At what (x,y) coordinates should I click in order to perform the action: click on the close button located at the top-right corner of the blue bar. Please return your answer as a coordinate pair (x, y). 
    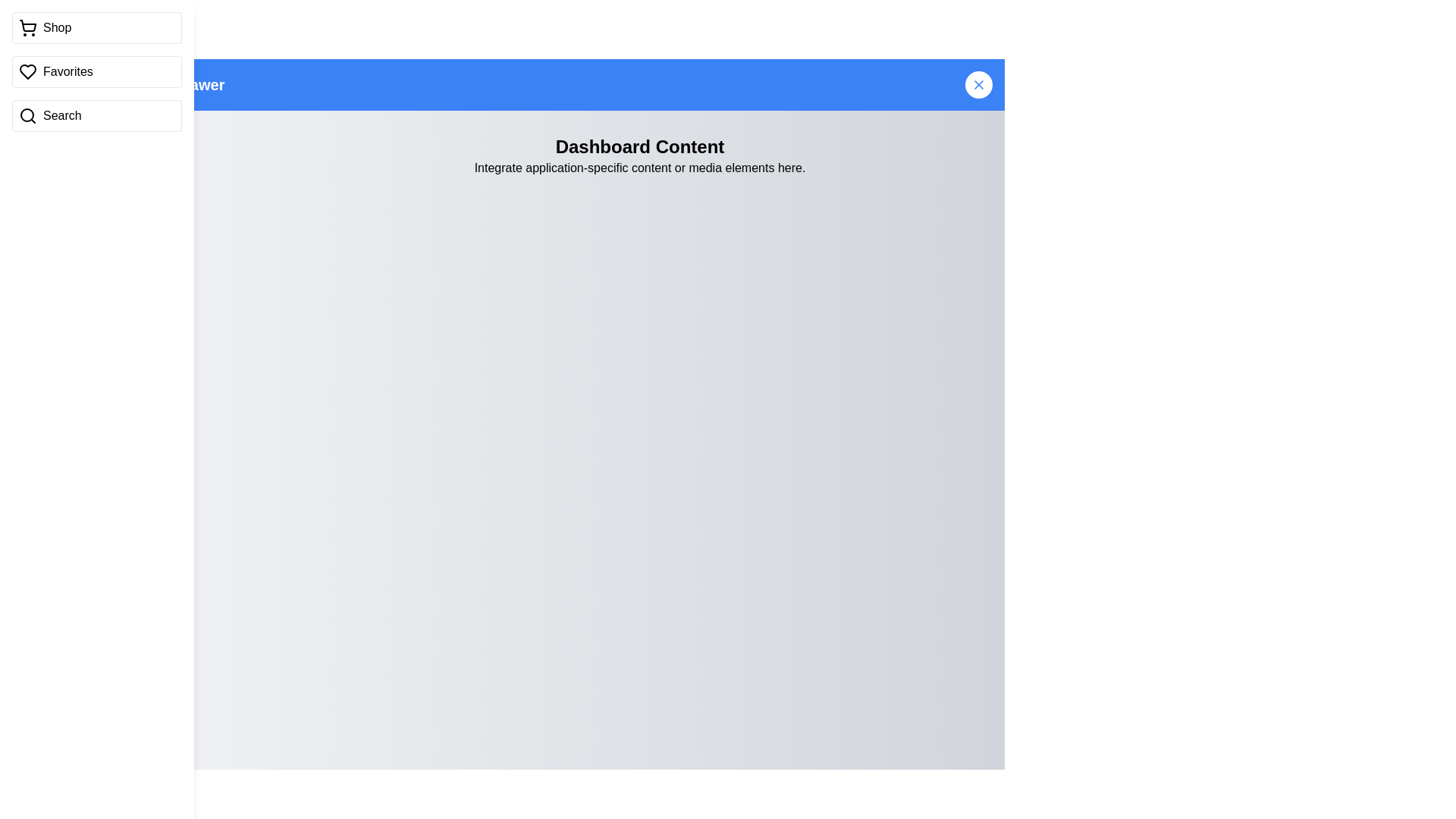
    Looking at the image, I should click on (979, 84).